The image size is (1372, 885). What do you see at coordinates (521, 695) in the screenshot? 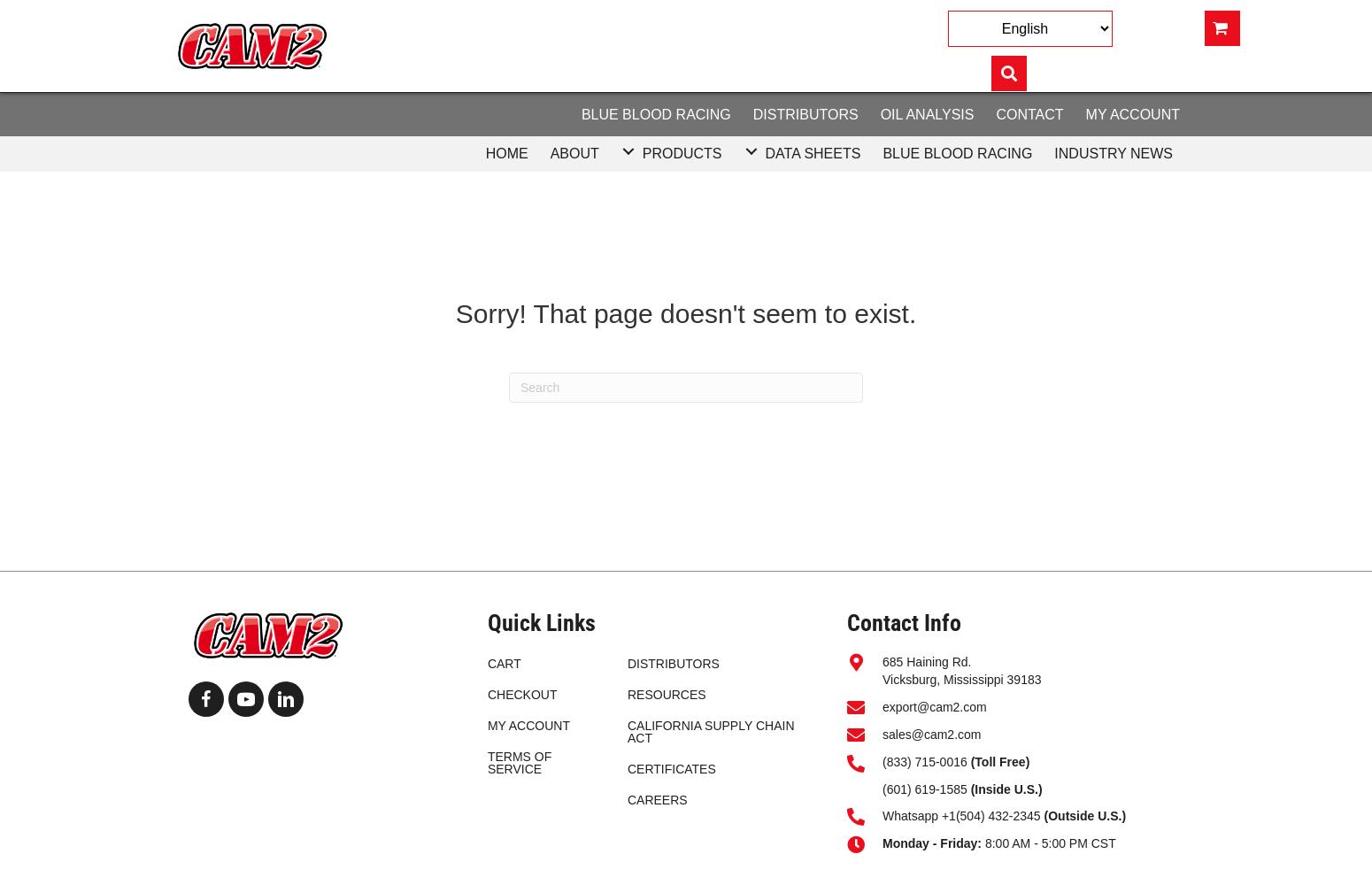
I see `'Checkout'` at bounding box center [521, 695].